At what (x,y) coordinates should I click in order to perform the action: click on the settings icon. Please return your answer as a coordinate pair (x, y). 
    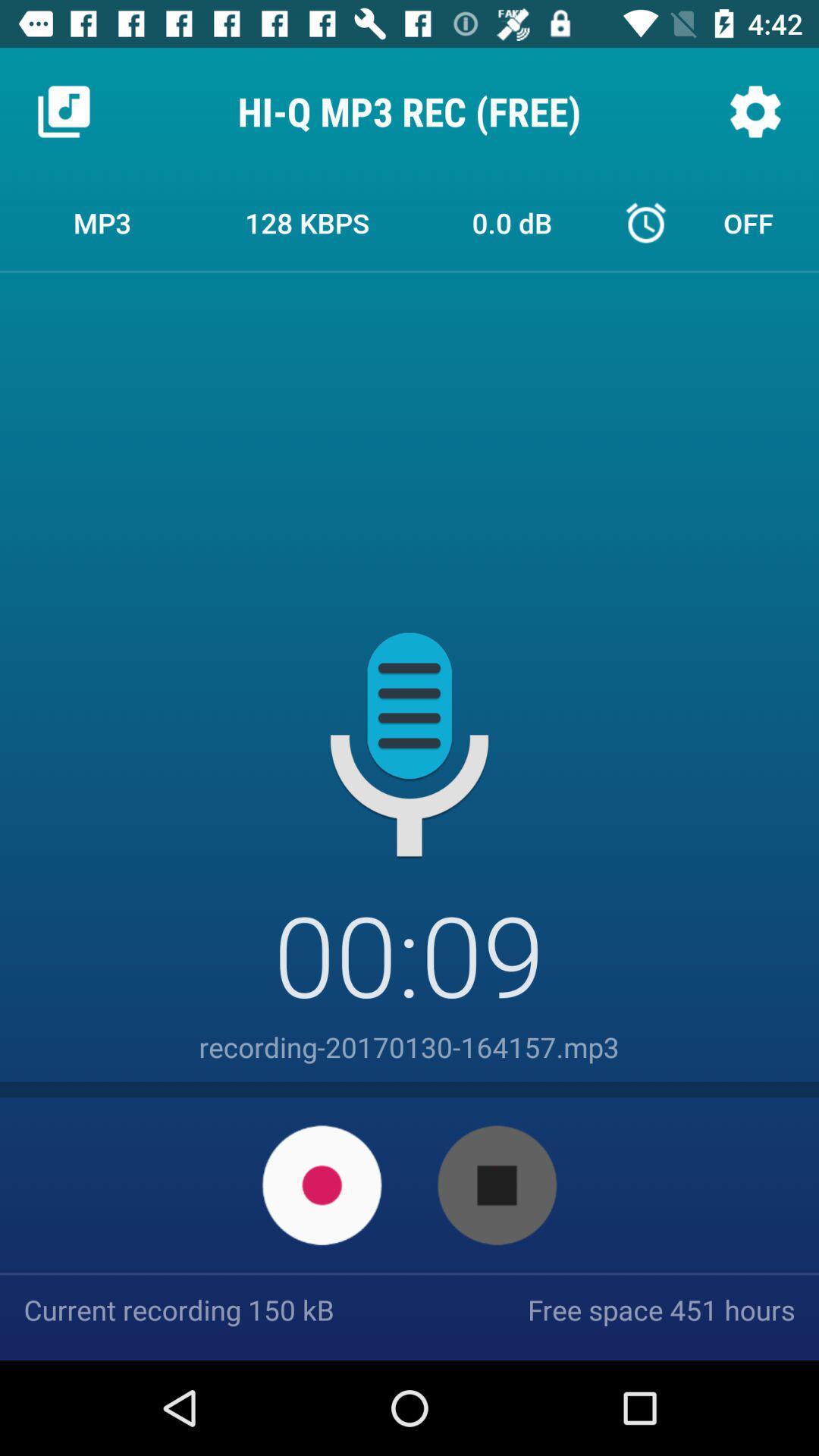
    Looking at the image, I should click on (755, 111).